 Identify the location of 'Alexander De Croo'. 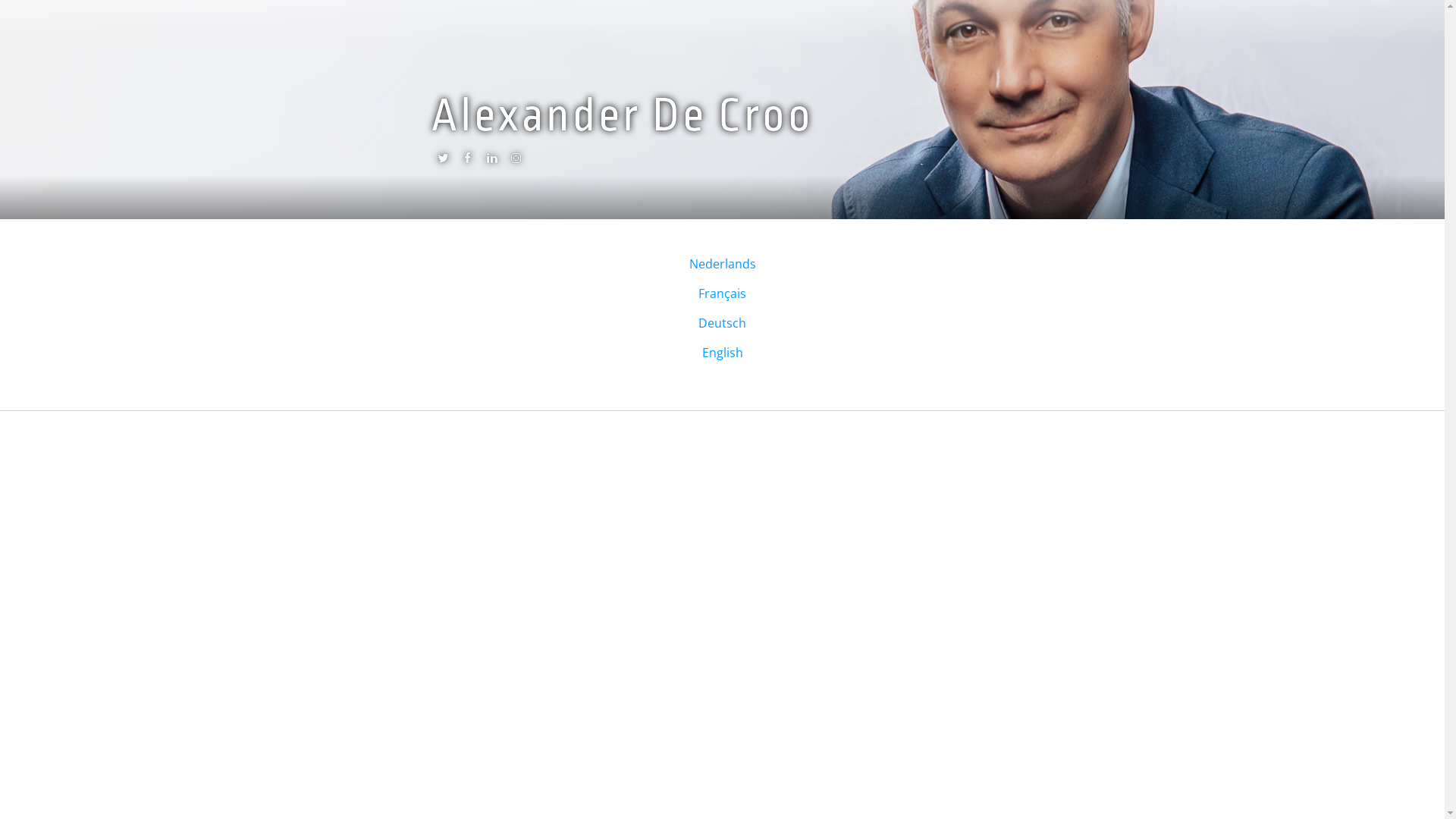
(622, 115).